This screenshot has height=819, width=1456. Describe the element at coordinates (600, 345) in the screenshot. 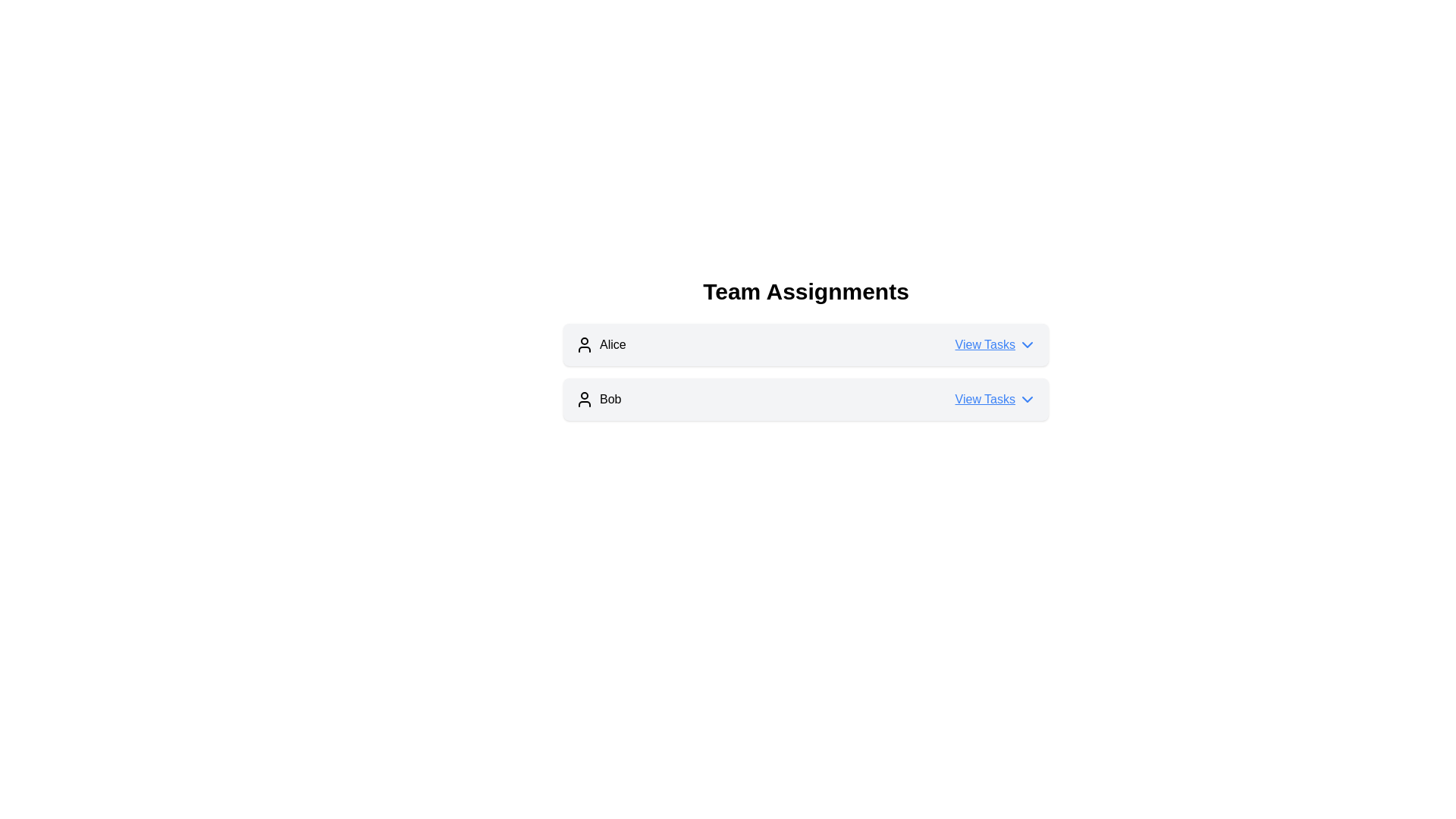

I see `text content of the Text Label displaying 'Alice', which is positioned to the right of a user icon in the 'Team Assignments' section` at that location.